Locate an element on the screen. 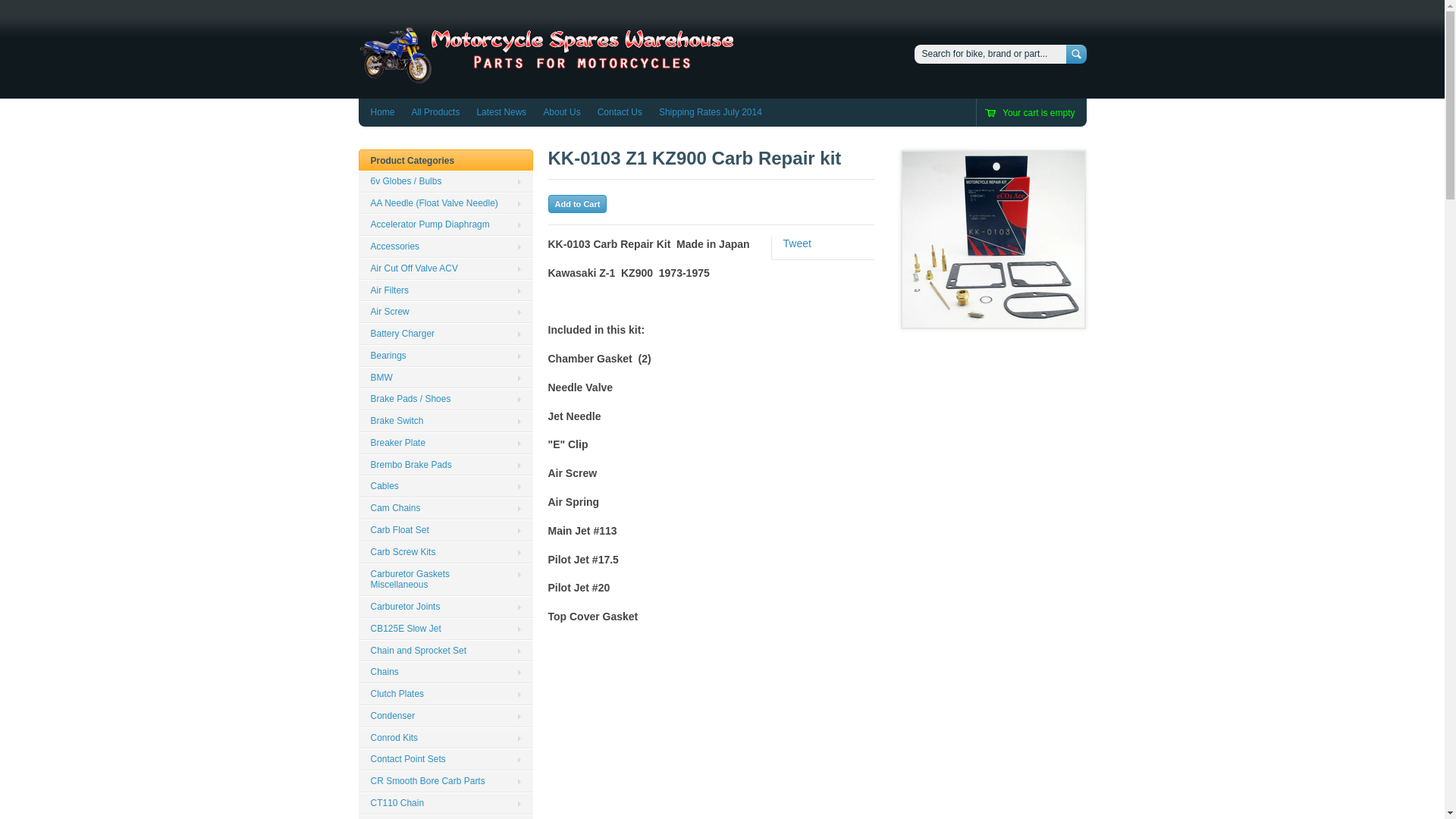 This screenshot has height=819, width=1456. 'Carb Screw Kits' is located at coordinates (356, 552).